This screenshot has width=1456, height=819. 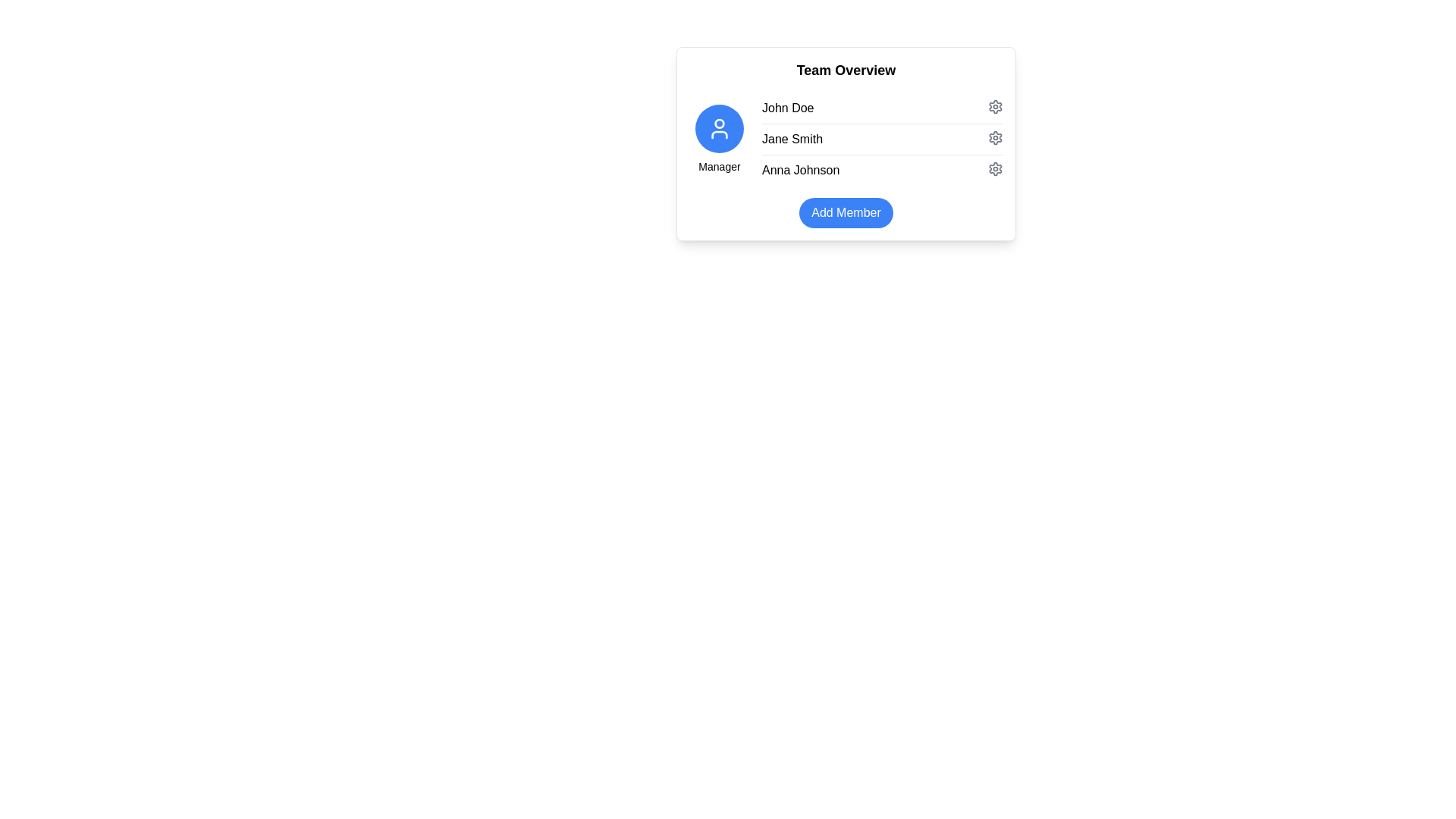 What do you see at coordinates (719, 127) in the screenshot?
I see `the medium-sized circular badge with a bright blue background and a white user icon, located at the top of the sidebar above the text 'Manager'` at bounding box center [719, 127].